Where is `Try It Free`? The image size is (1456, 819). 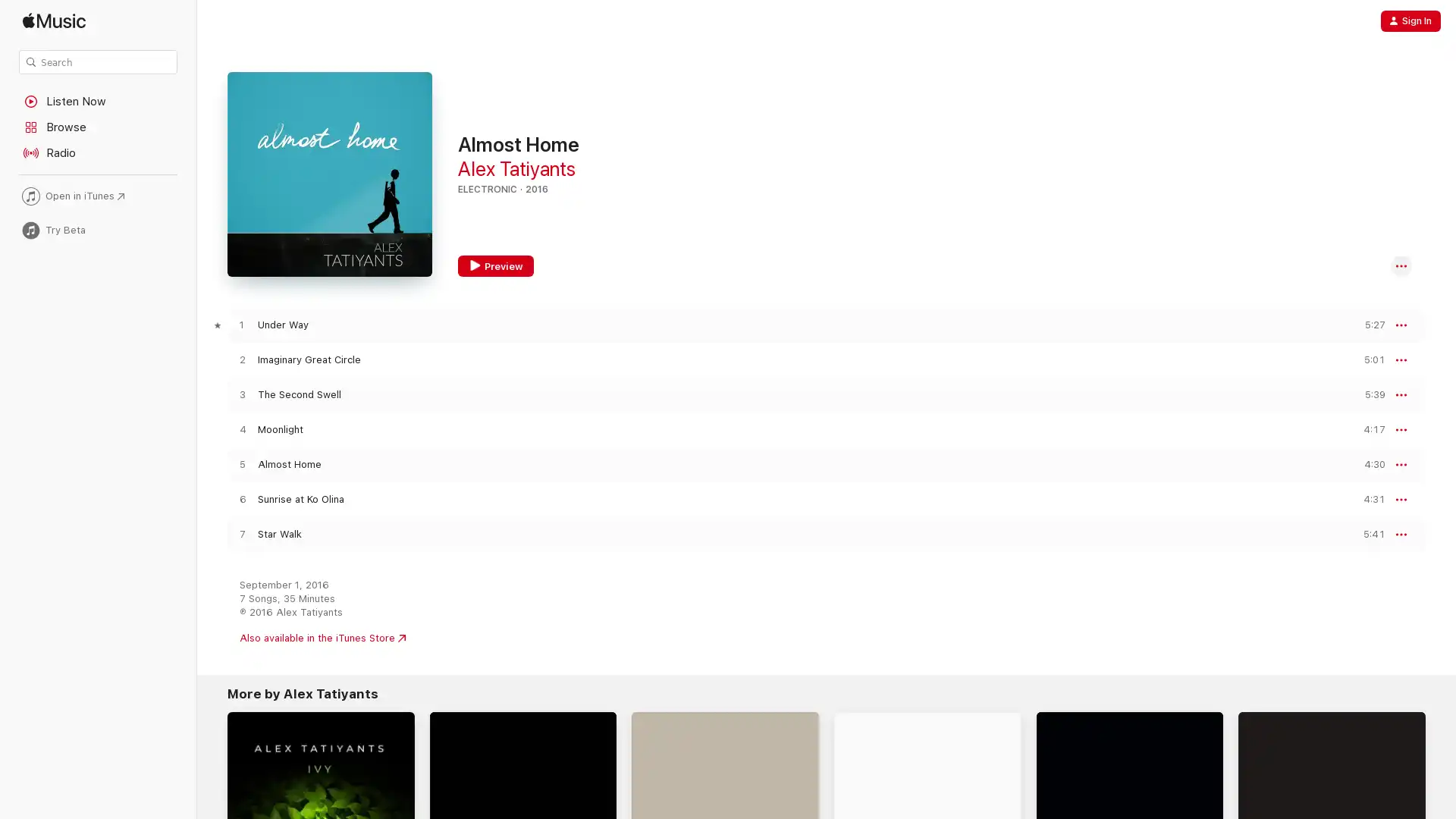
Try It Free is located at coordinates (1385, 789).